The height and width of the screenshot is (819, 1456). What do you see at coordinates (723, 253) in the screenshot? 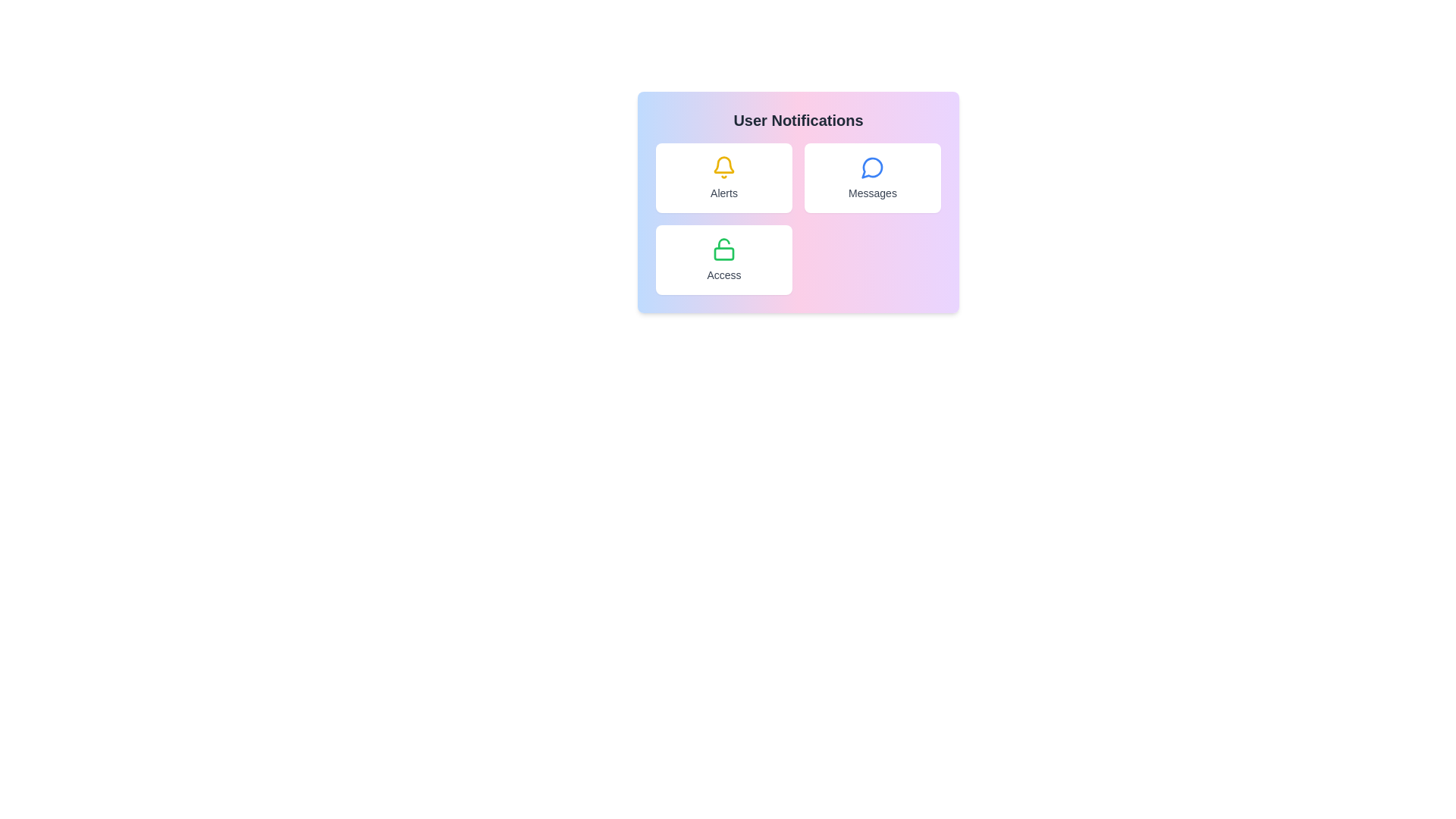
I see `the decorative Icon element located at the bottom-left 'Access' card of the grid representing the lock's body graphic` at bounding box center [723, 253].